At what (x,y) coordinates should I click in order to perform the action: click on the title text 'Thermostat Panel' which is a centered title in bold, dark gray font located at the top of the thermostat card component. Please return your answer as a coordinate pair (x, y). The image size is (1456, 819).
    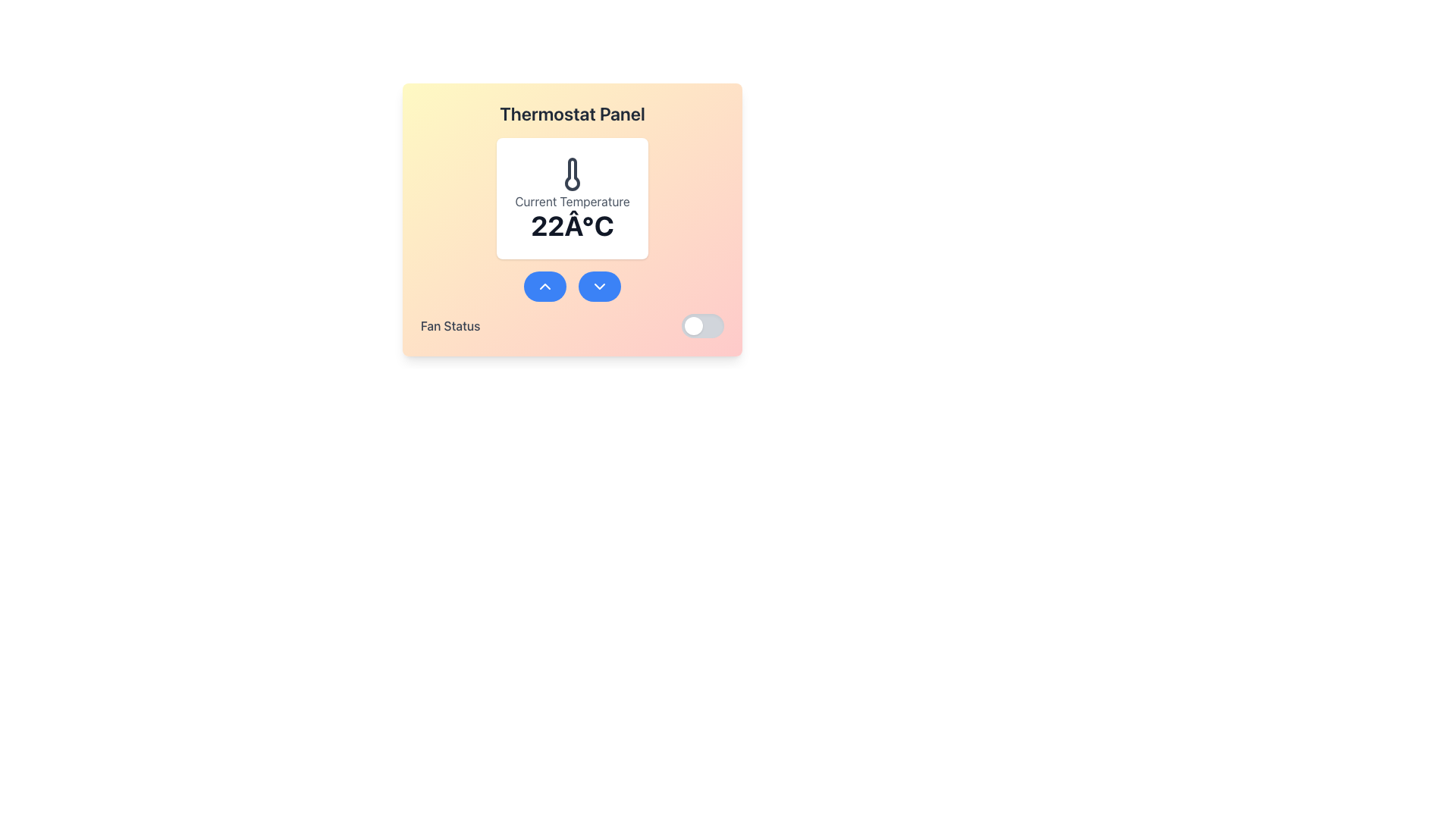
    Looking at the image, I should click on (571, 113).